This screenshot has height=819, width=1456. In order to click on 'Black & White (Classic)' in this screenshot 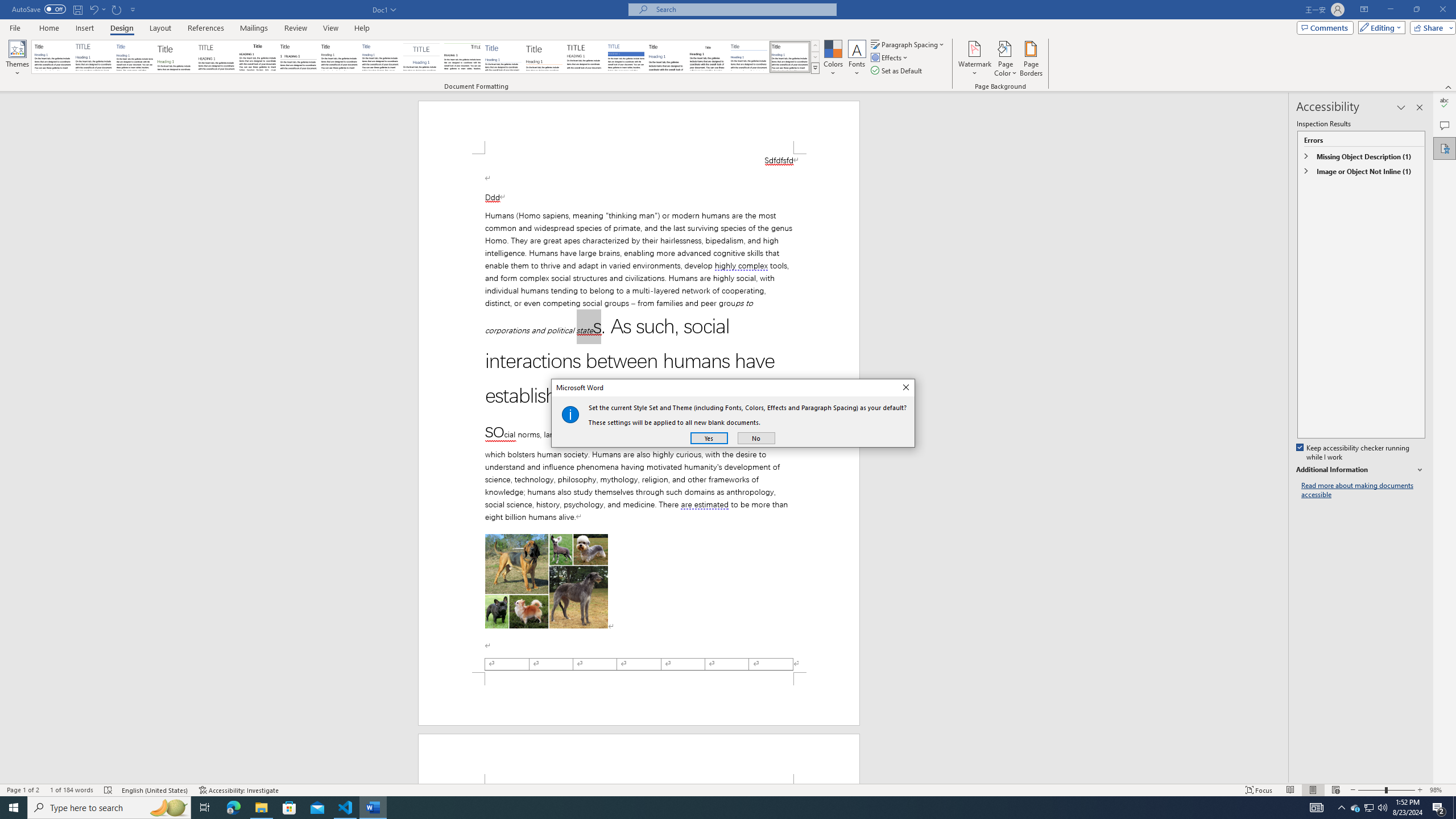, I will do `click(257, 56)`.